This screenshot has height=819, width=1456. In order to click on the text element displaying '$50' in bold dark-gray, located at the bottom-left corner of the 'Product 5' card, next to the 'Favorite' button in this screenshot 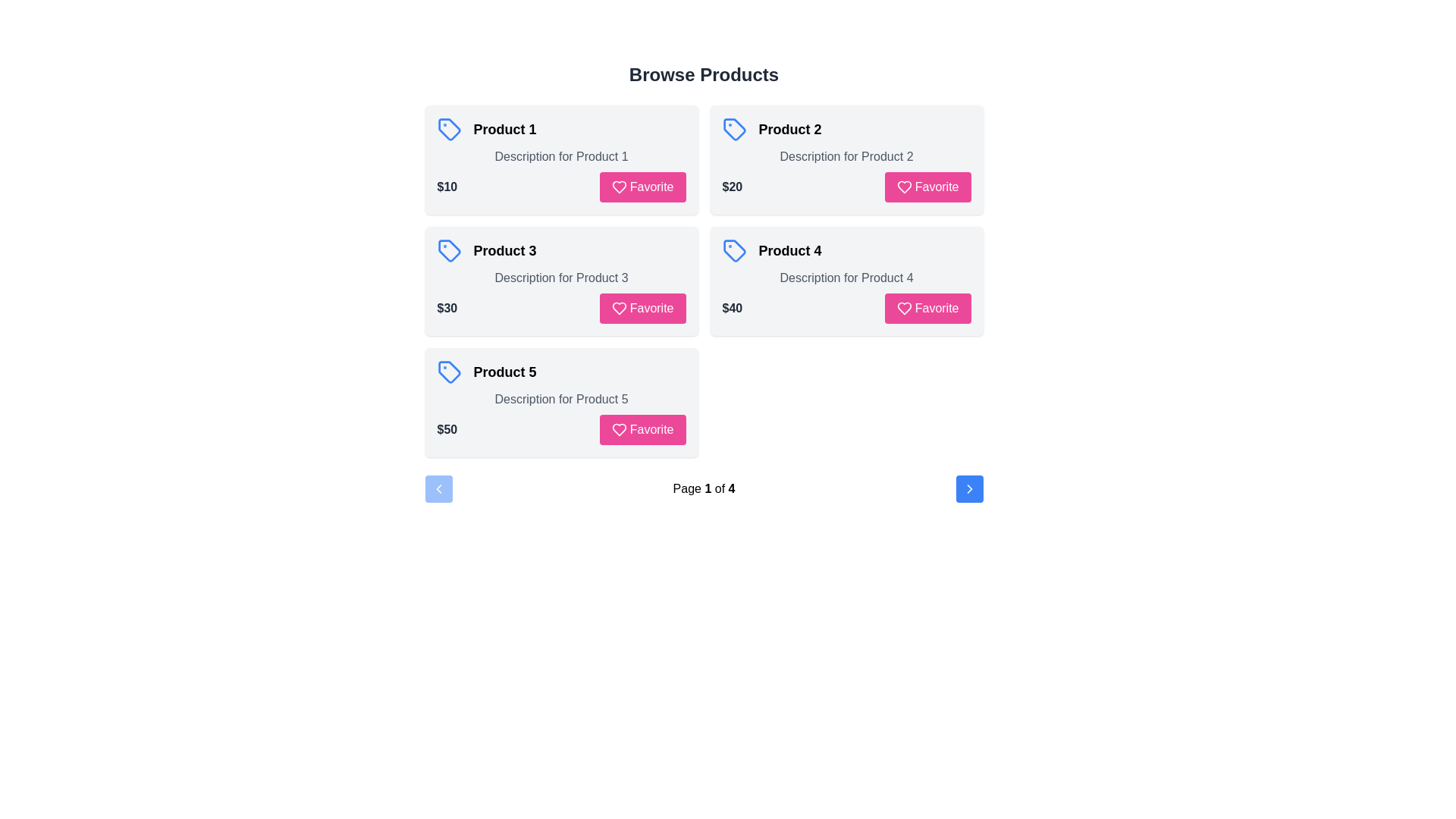, I will do `click(446, 430)`.